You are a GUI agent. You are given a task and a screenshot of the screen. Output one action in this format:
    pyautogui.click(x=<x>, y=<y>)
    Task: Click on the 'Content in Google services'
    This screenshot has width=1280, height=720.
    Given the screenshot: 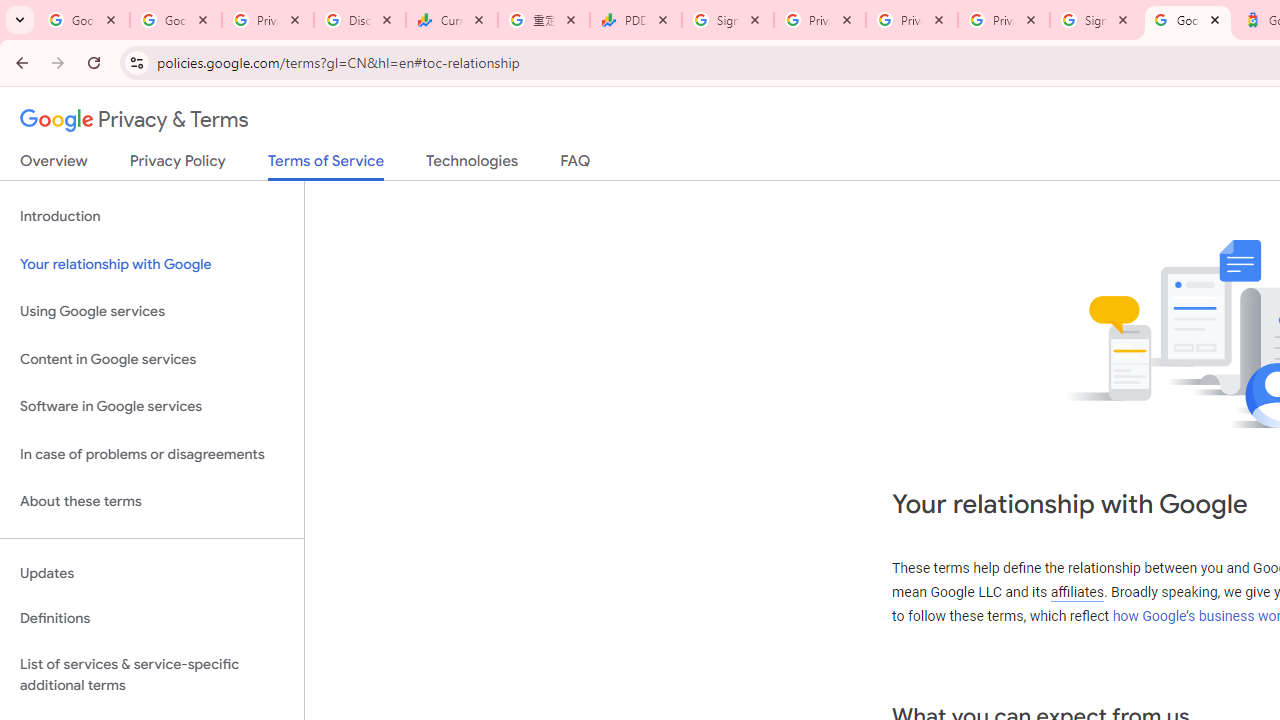 What is the action you would take?
    pyautogui.click(x=151, y=358)
    